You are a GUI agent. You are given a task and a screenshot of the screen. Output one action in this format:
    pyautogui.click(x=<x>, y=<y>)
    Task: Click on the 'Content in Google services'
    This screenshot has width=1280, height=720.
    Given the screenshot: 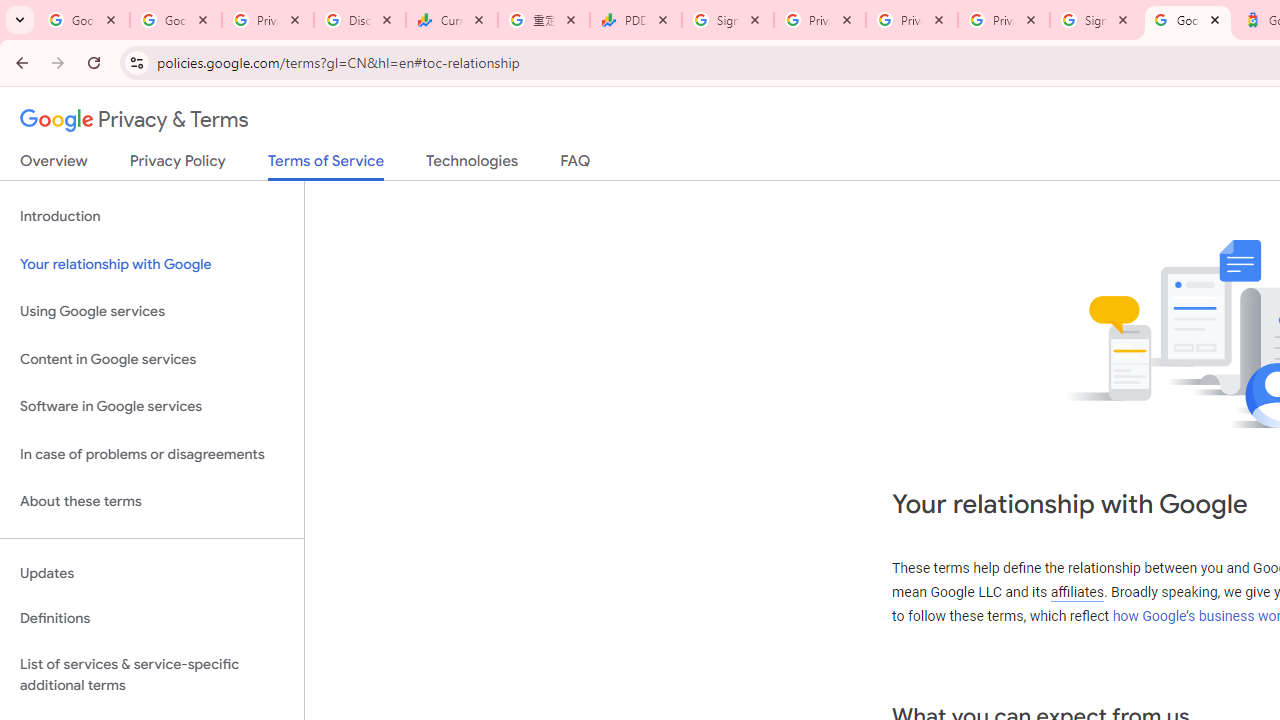 What is the action you would take?
    pyautogui.click(x=151, y=358)
    